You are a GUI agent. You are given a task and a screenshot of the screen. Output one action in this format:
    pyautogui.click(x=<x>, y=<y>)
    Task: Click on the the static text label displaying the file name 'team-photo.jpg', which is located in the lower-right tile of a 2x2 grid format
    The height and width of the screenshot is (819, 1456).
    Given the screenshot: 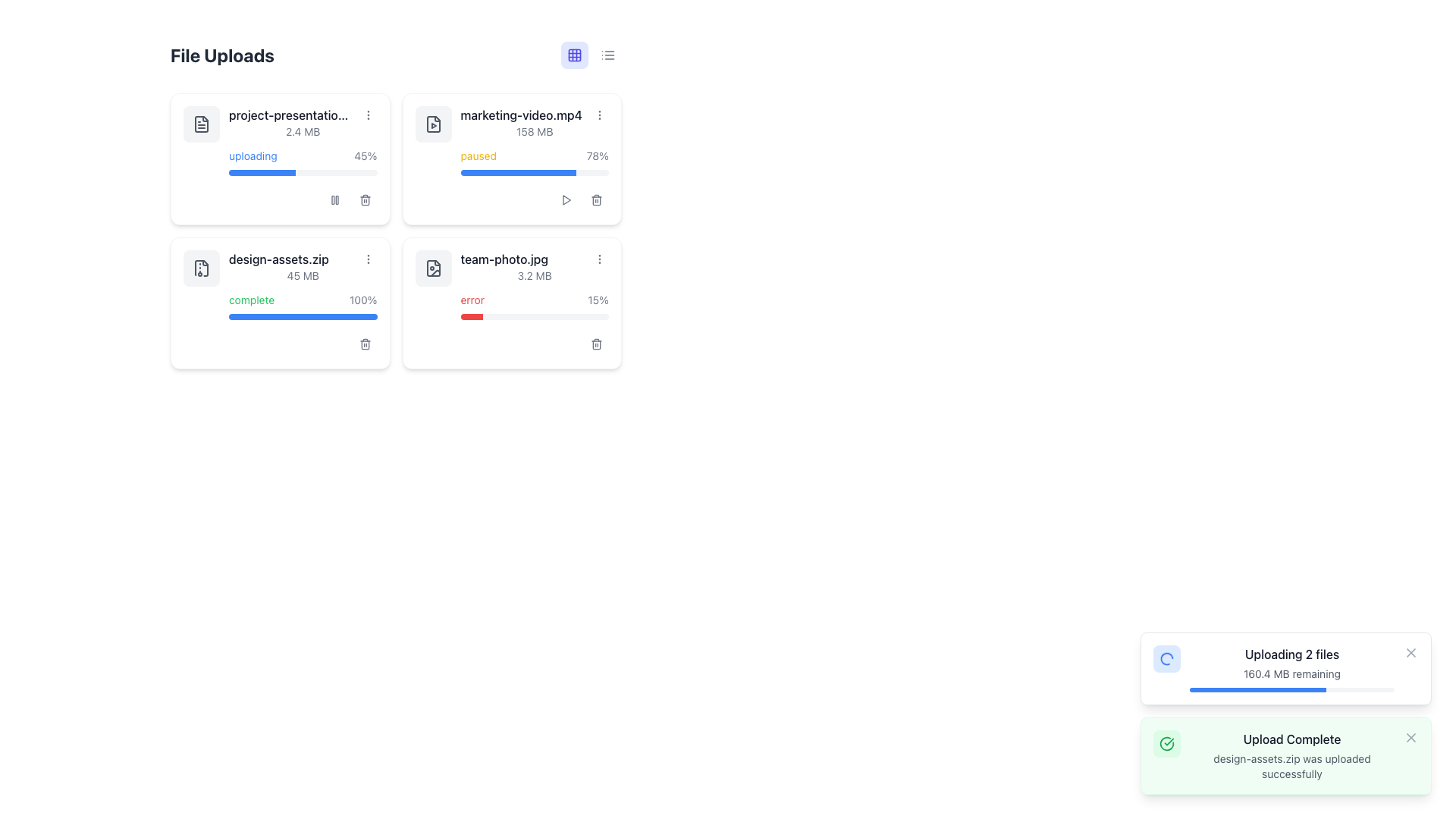 What is the action you would take?
    pyautogui.click(x=504, y=259)
    